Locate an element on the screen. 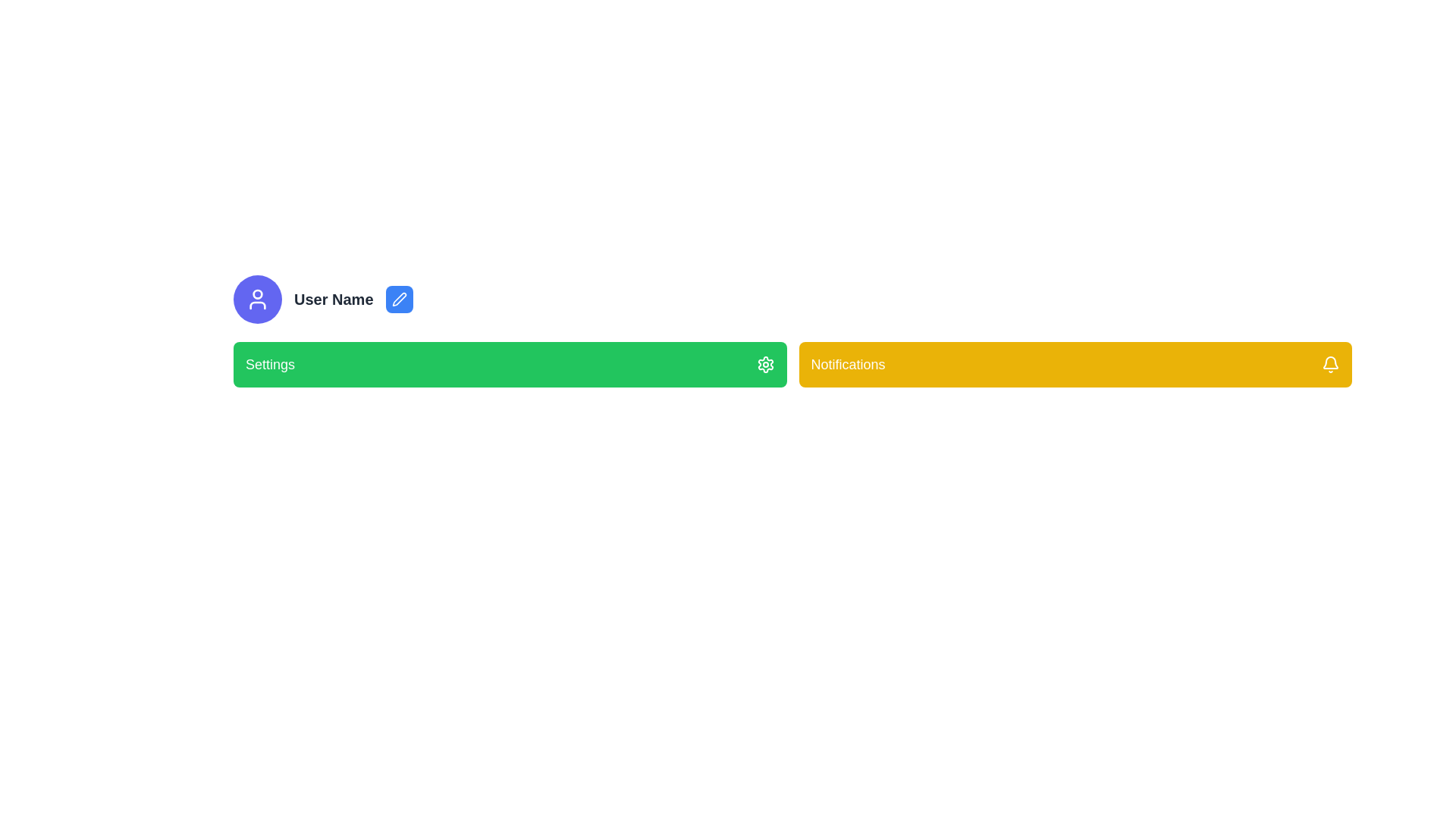  the settings button located on the left side of the two-column layout grid to change its background color is located at coordinates (510, 365).